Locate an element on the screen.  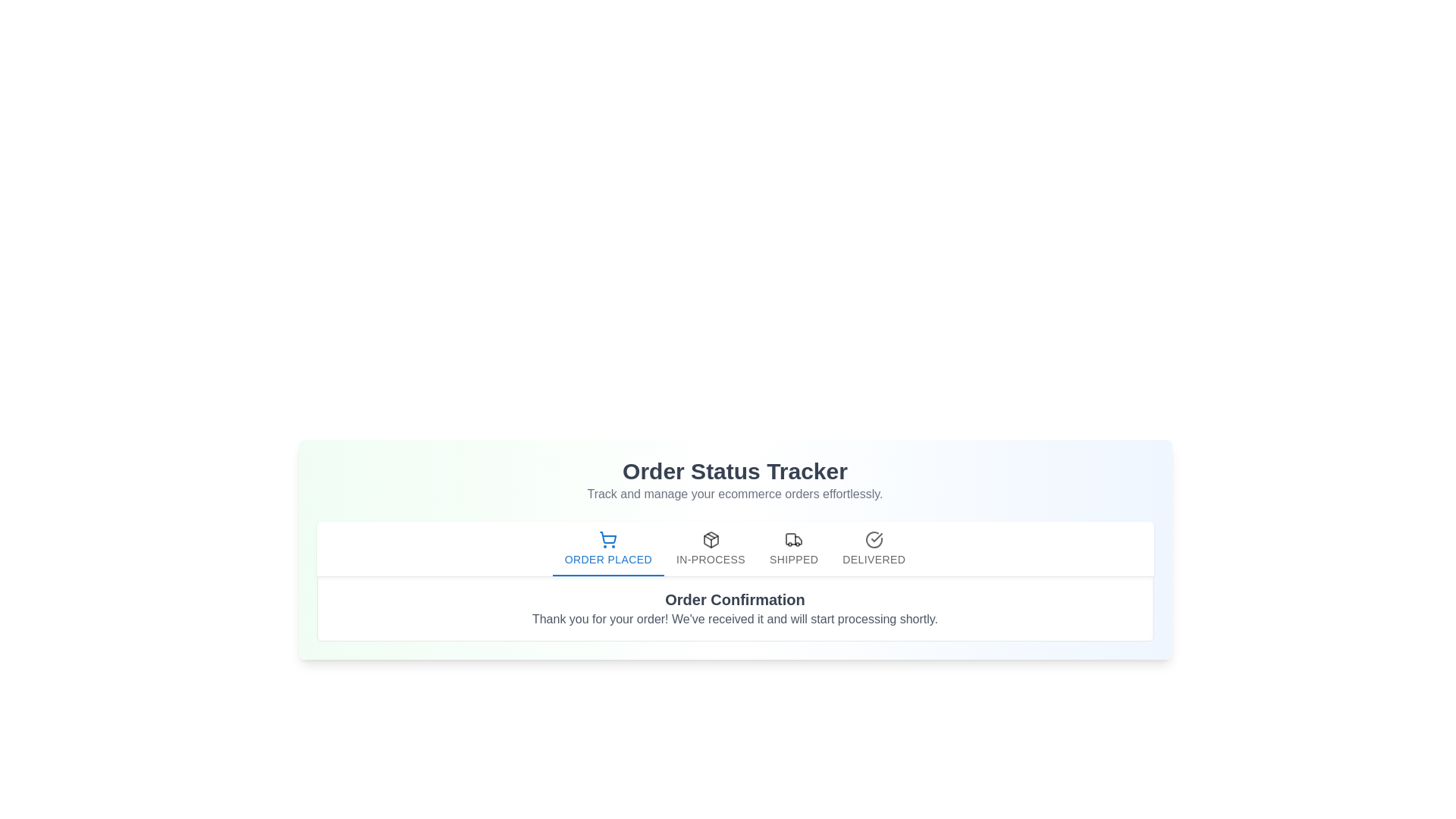
the descriptive subtitle text label located below the 'Order Status Tracker' title, which provides context about the functionality of the section is located at coordinates (735, 494).